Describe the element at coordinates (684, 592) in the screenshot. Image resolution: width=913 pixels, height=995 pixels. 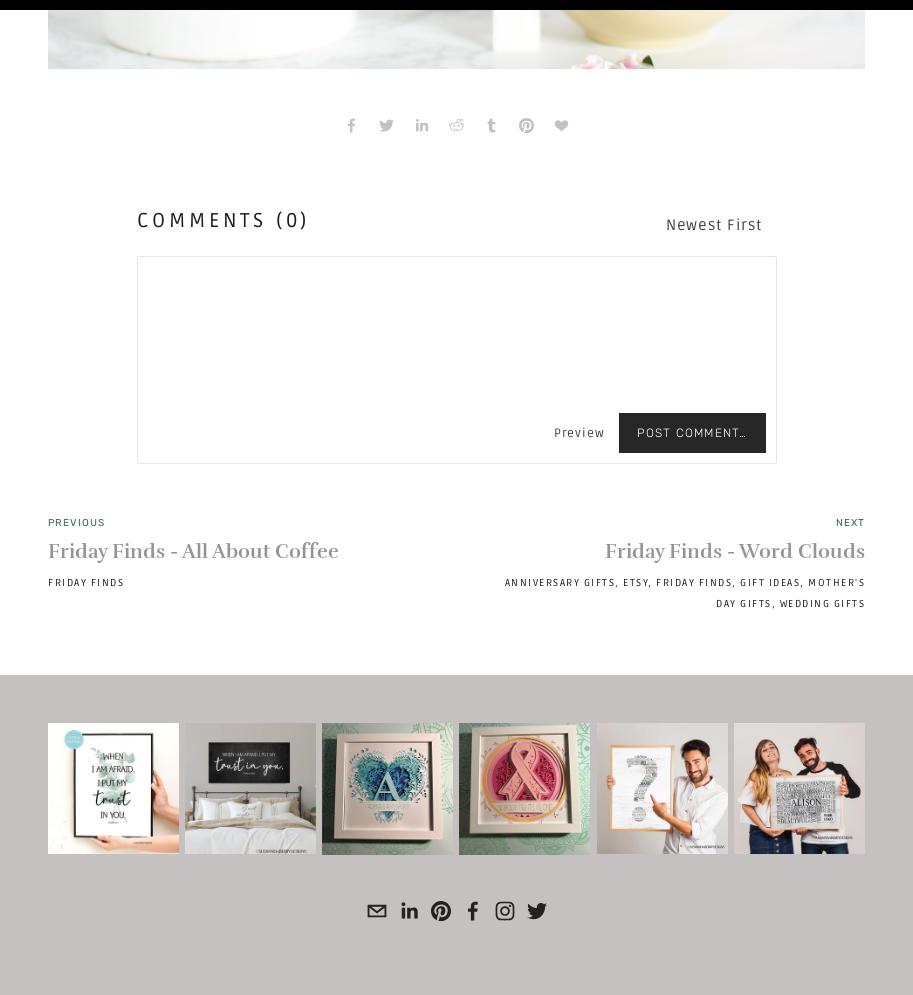
I see `'Anniversary Gifts, Etsy, Friday Finds, Gift Ideas, Mother's Day GIfts, Wedding GIfts'` at that location.